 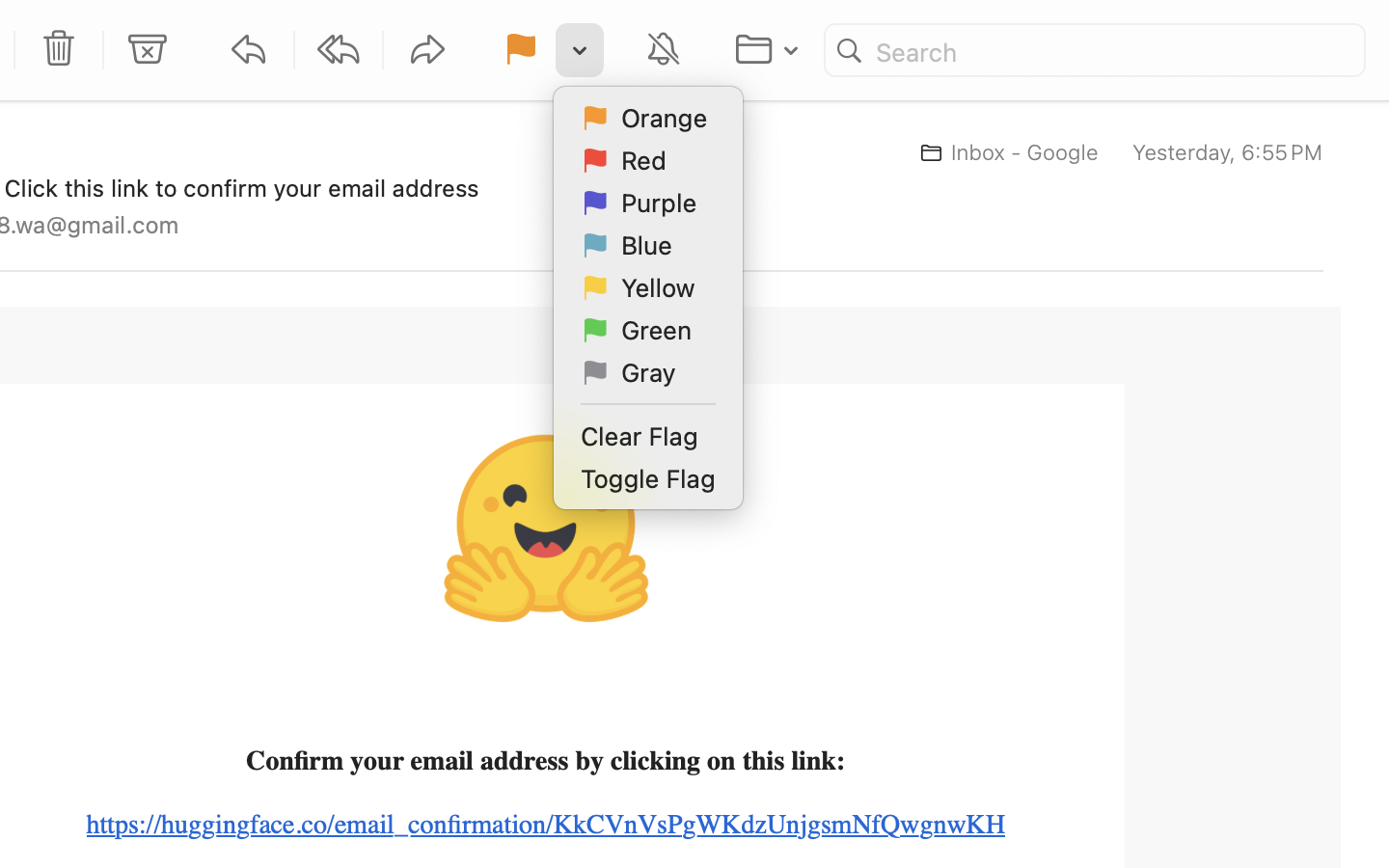 I want to click on 'Yesterday, 6:55 PM', so click(x=1227, y=152).